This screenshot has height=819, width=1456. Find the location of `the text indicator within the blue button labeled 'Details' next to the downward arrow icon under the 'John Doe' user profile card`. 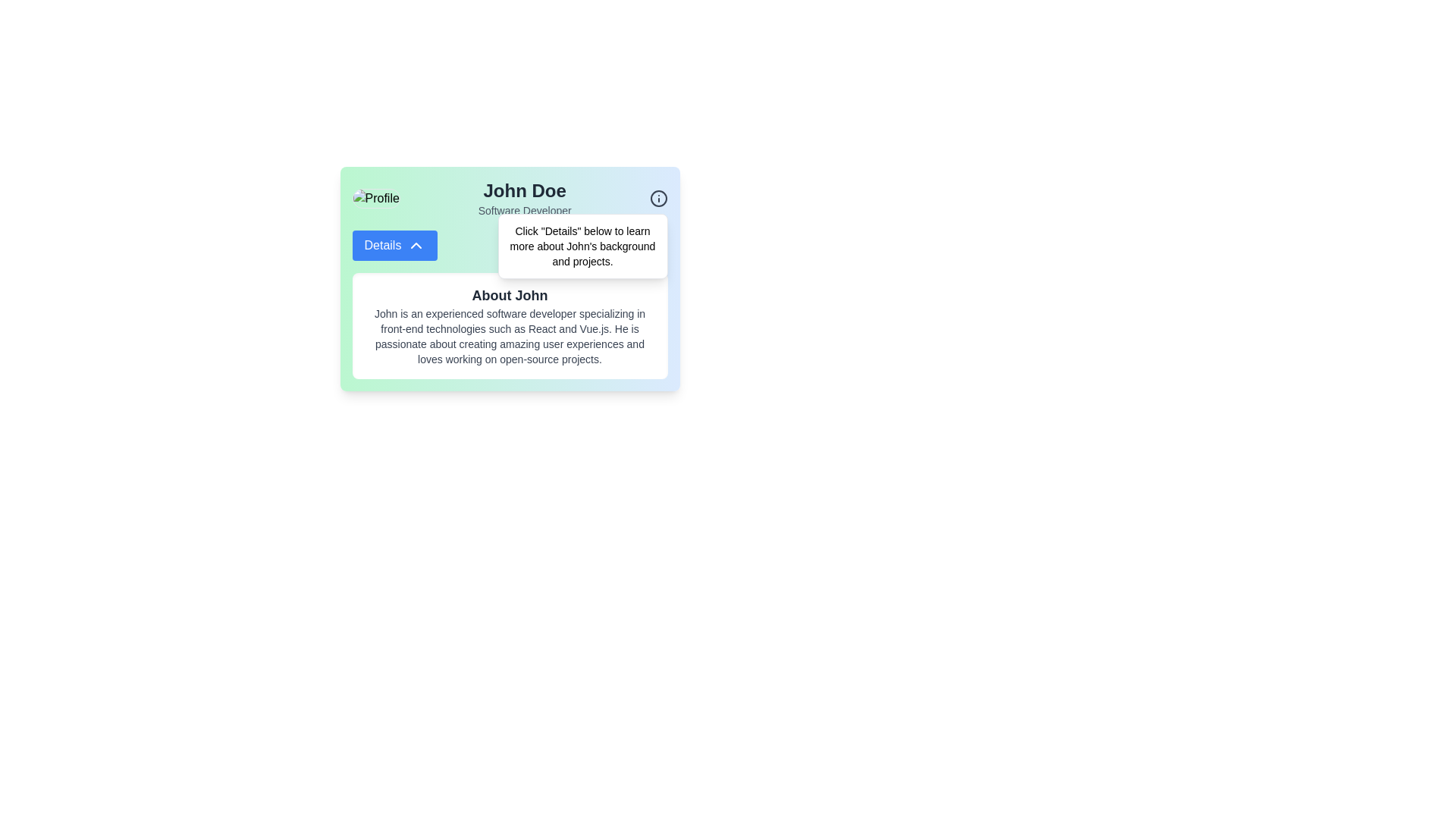

the text indicator within the blue button labeled 'Details' next to the downward arrow icon under the 'John Doe' user profile card is located at coordinates (382, 245).